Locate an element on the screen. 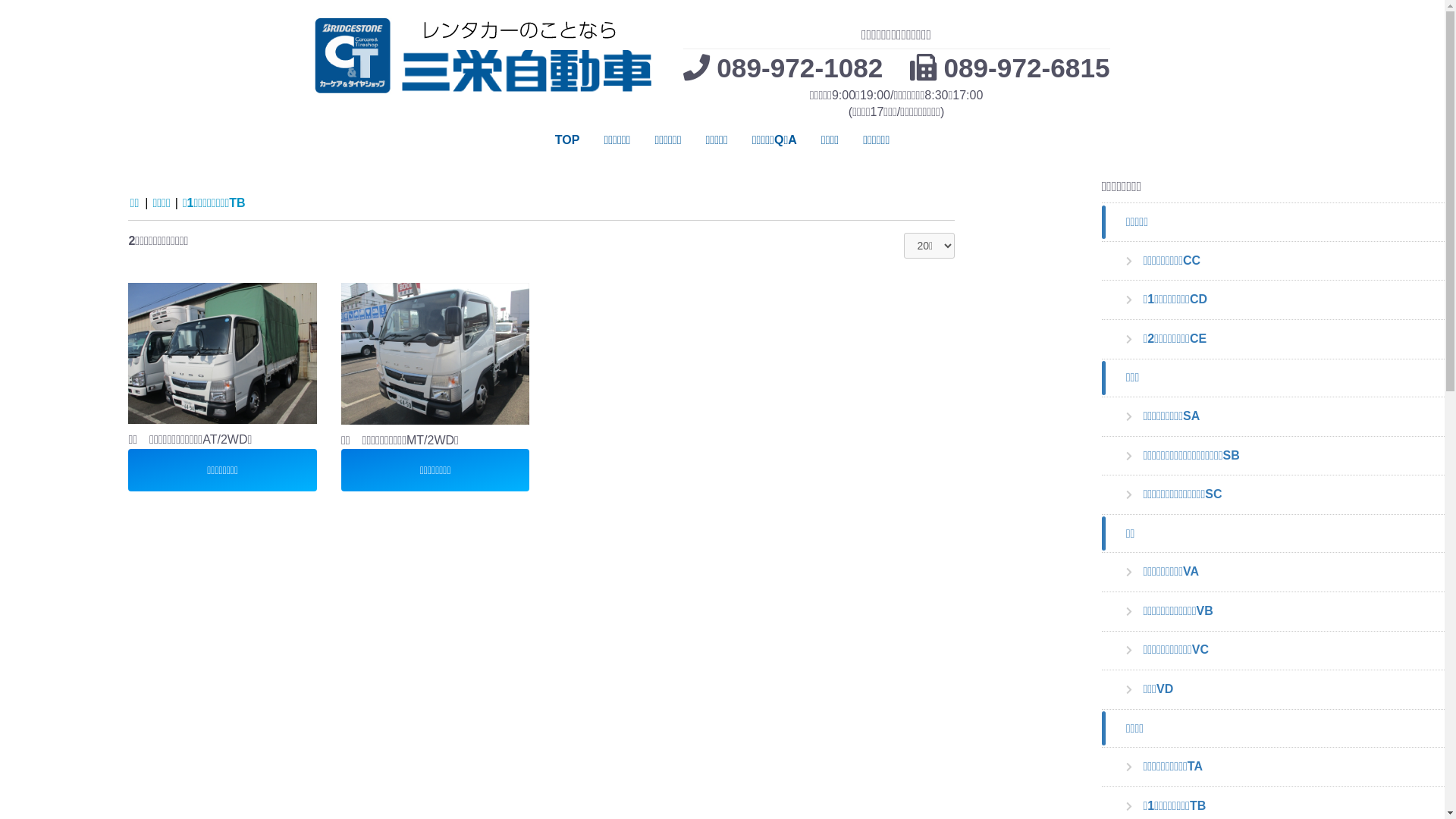  'TOP' is located at coordinates (566, 140).